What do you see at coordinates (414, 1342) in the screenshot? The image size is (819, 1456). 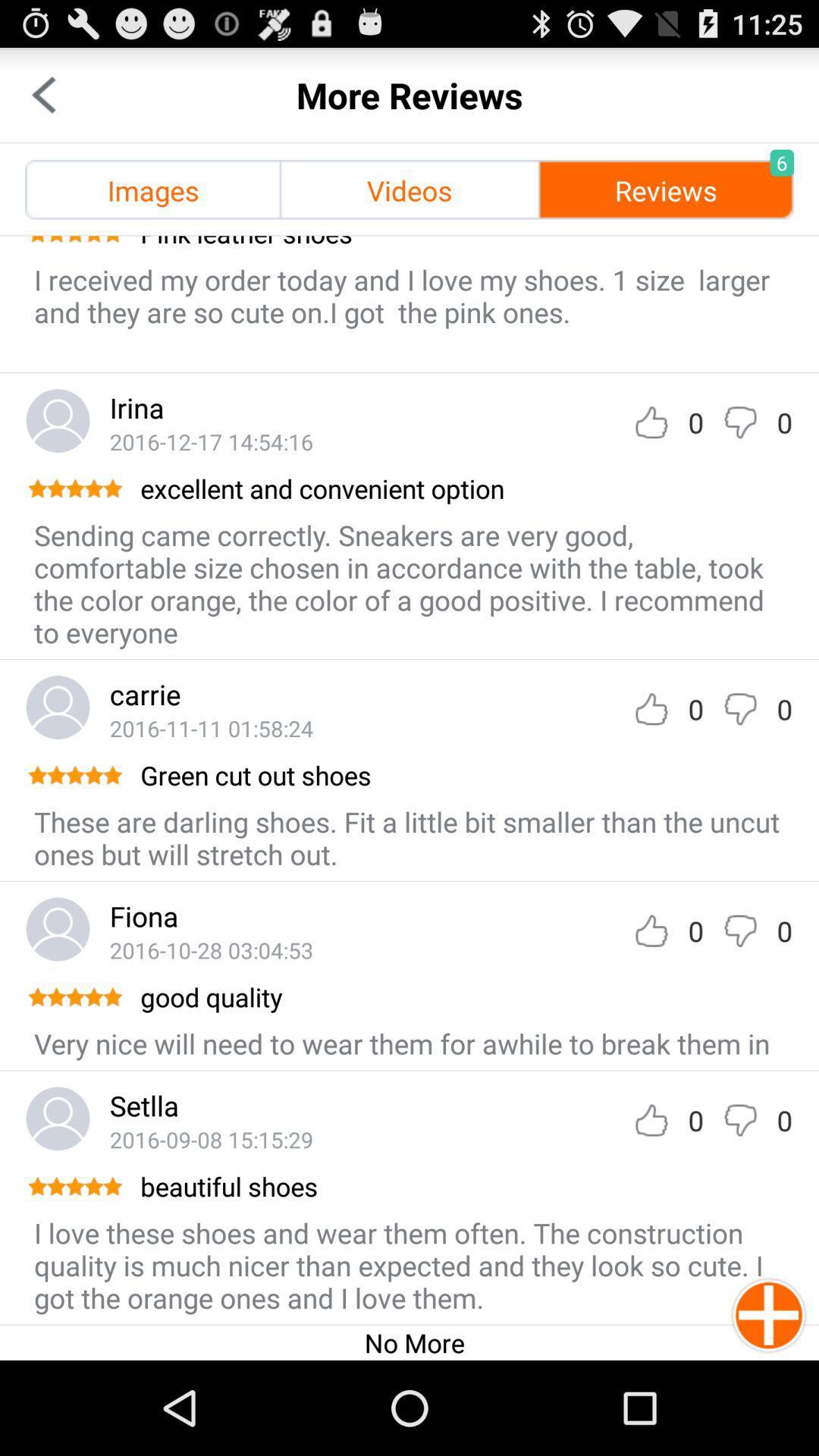 I see `no more` at bounding box center [414, 1342].